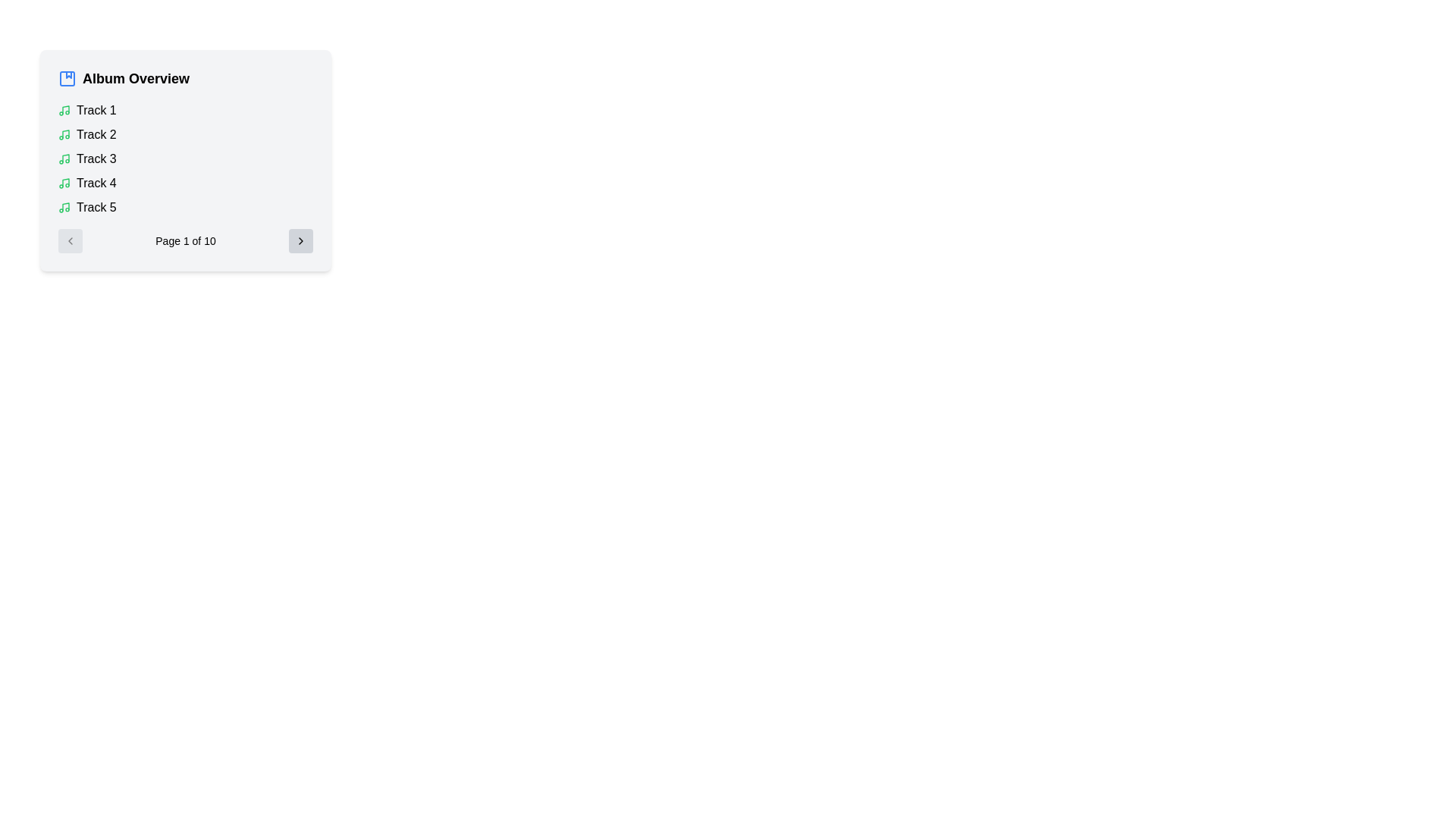 This screenshot has width=1456, height=819. What do you see at coordinates (95, 158) in the screenshot?
I see `the text label representing the third track in the 'Album Overview' list` at bounding box center [95, 158].